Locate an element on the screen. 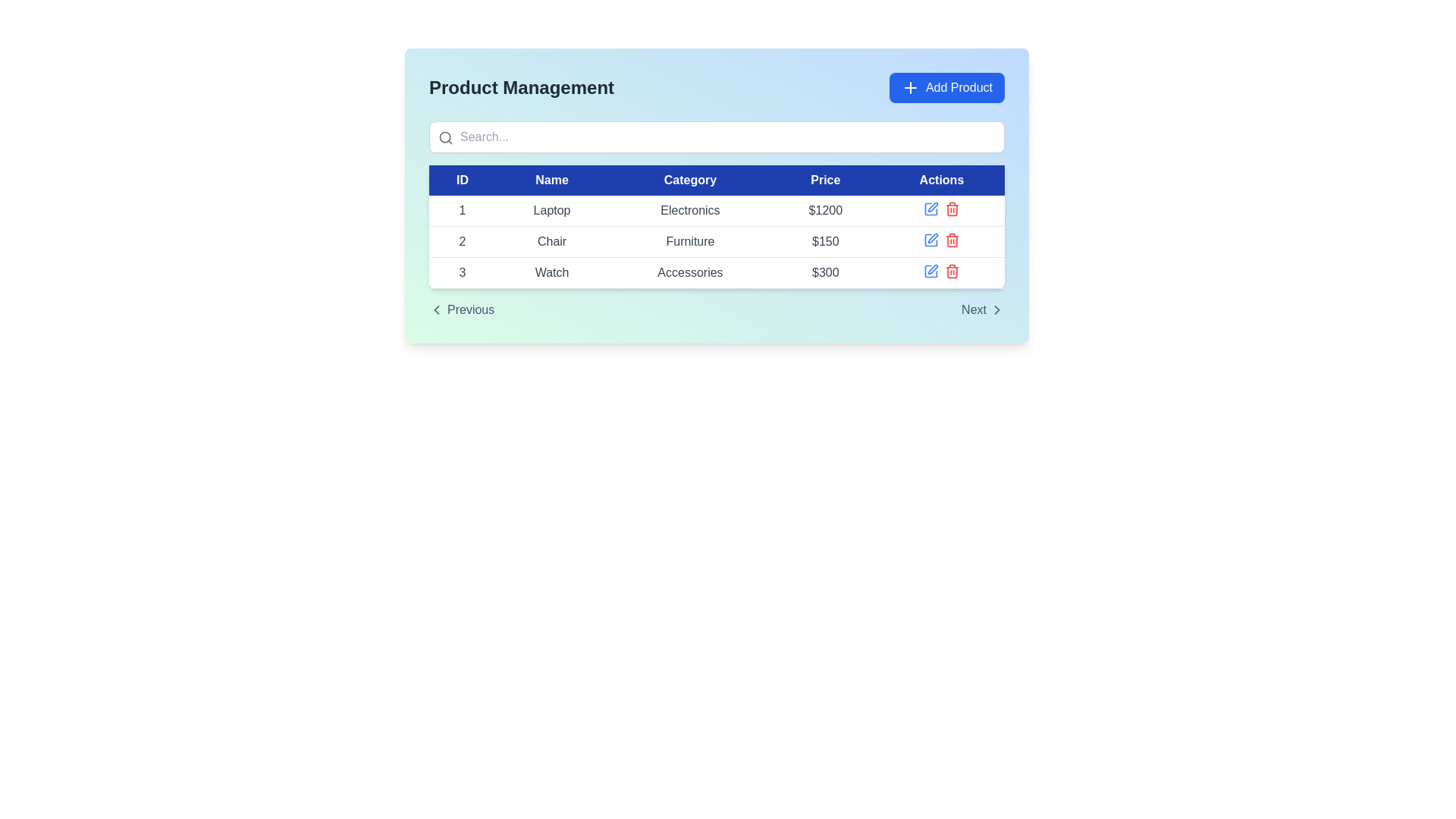 The image size is (1456, 819). the plus icon located to the left of the 'Add Product' text within the 'Add Product' button in the upper right corner of the interface is located at coordinates (910, 87).